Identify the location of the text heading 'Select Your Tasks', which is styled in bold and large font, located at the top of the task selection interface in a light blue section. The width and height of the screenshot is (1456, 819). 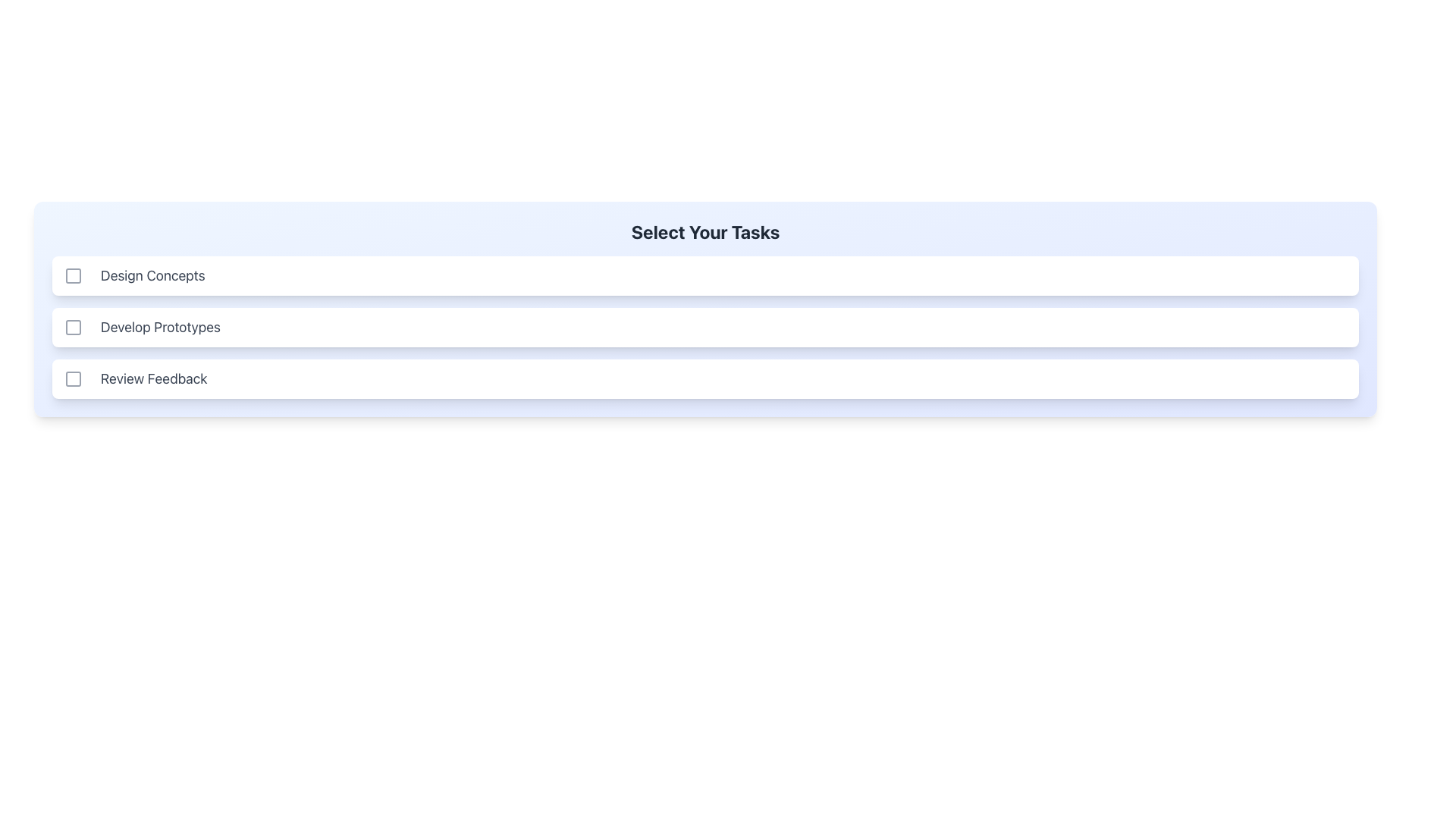
(704, 237).